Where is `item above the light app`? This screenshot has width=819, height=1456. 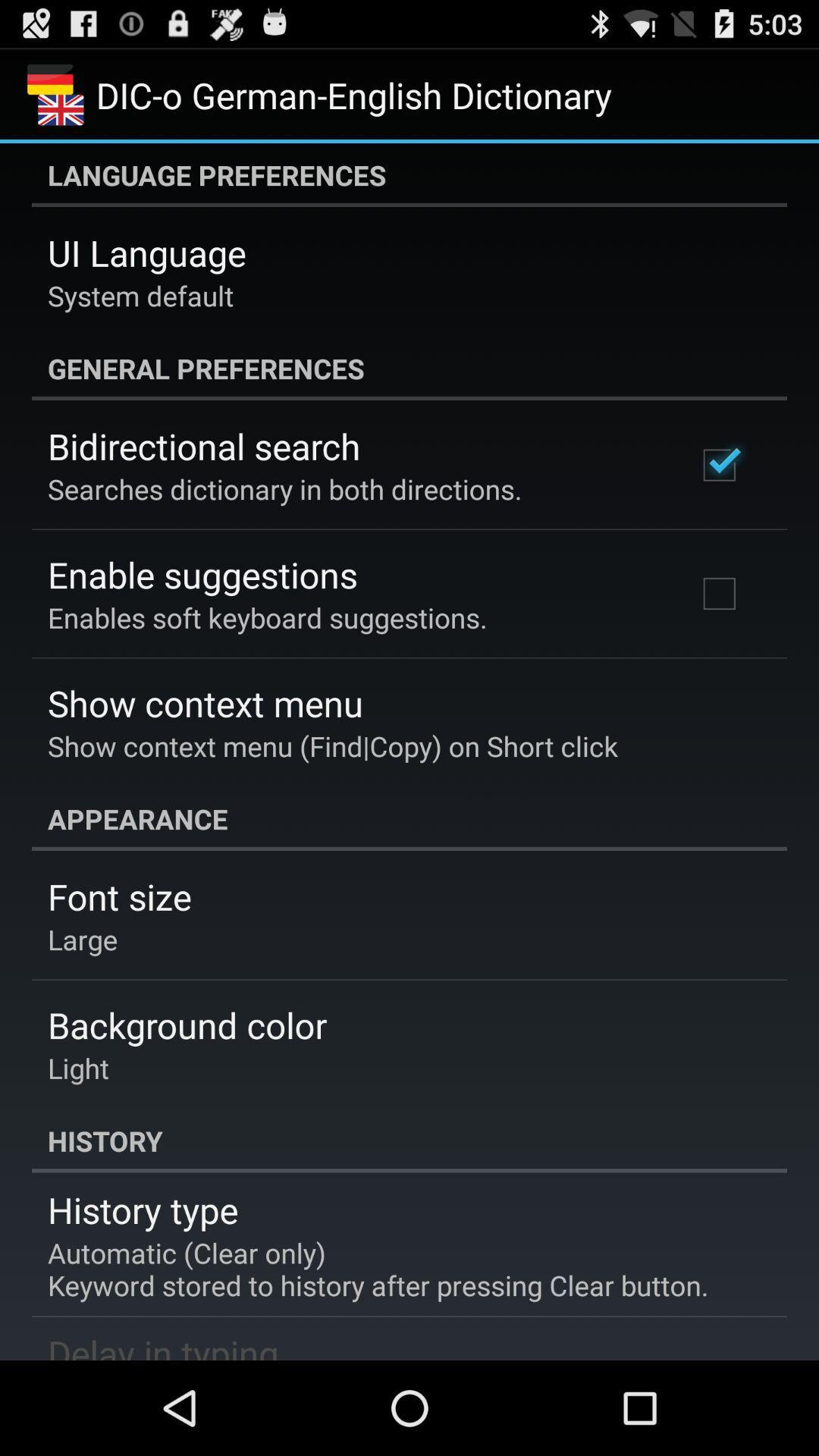
item above the light app is located at coordinates (187, 1025).